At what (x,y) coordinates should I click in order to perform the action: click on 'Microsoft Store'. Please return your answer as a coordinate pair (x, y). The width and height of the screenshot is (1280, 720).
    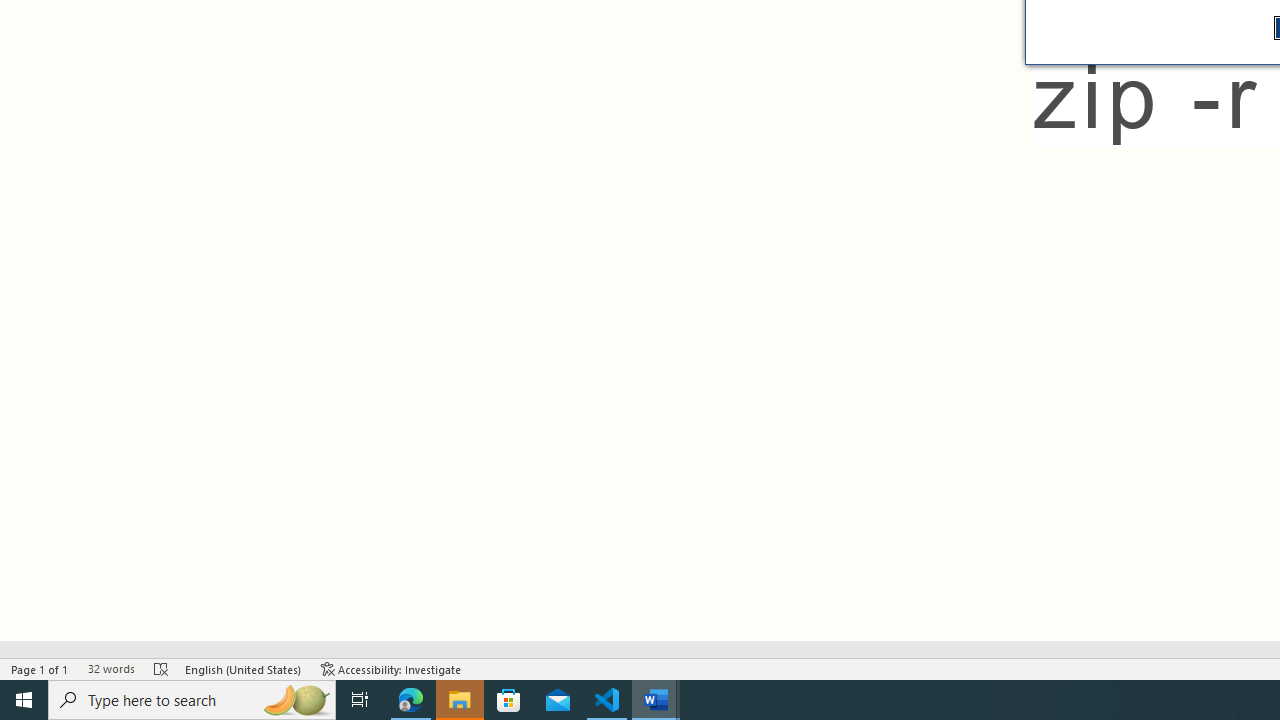
    Looking at the image, I should click on (509, 698).